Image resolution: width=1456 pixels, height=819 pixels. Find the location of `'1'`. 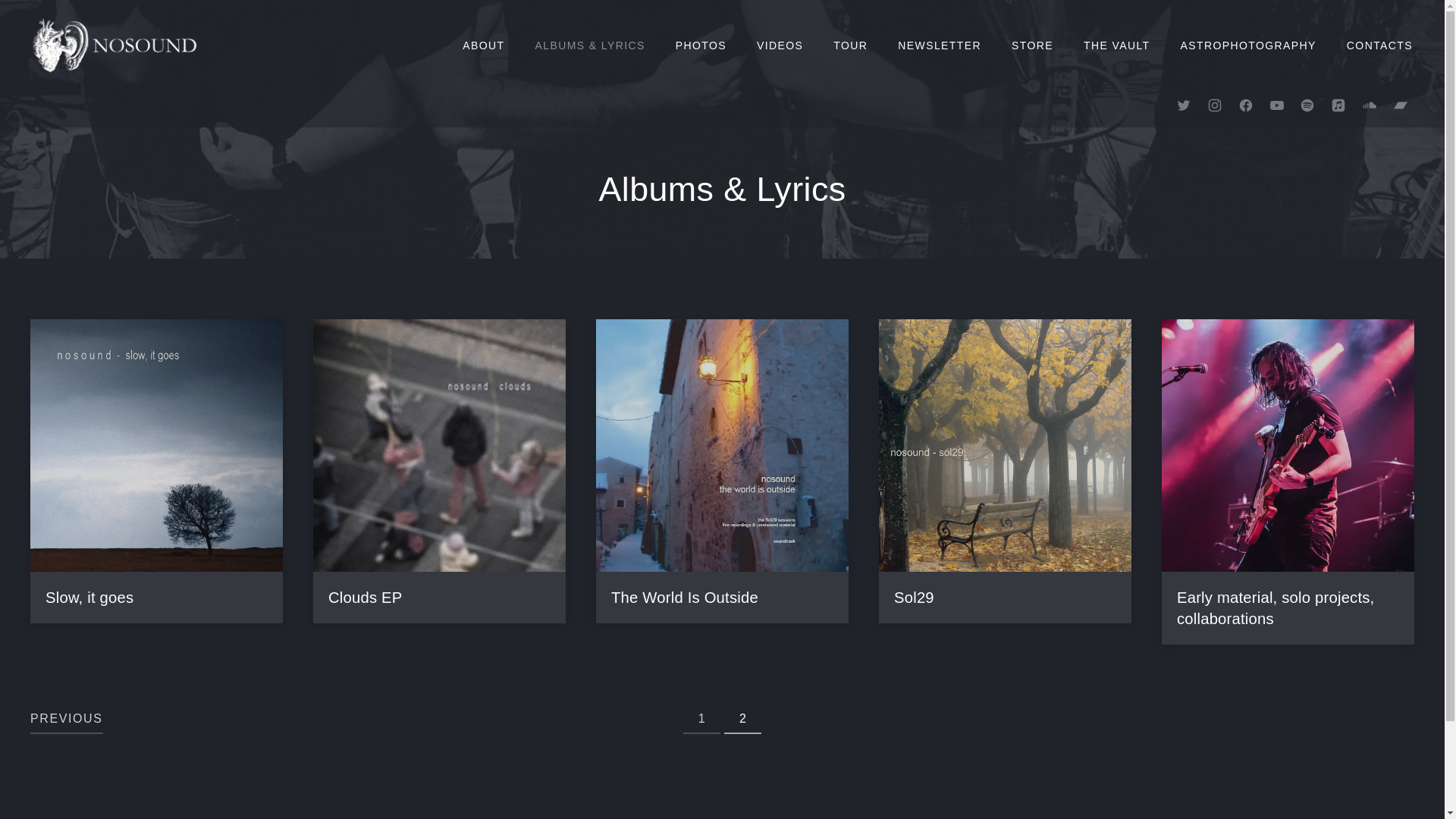

'1' is located at coordinates (701, 718).